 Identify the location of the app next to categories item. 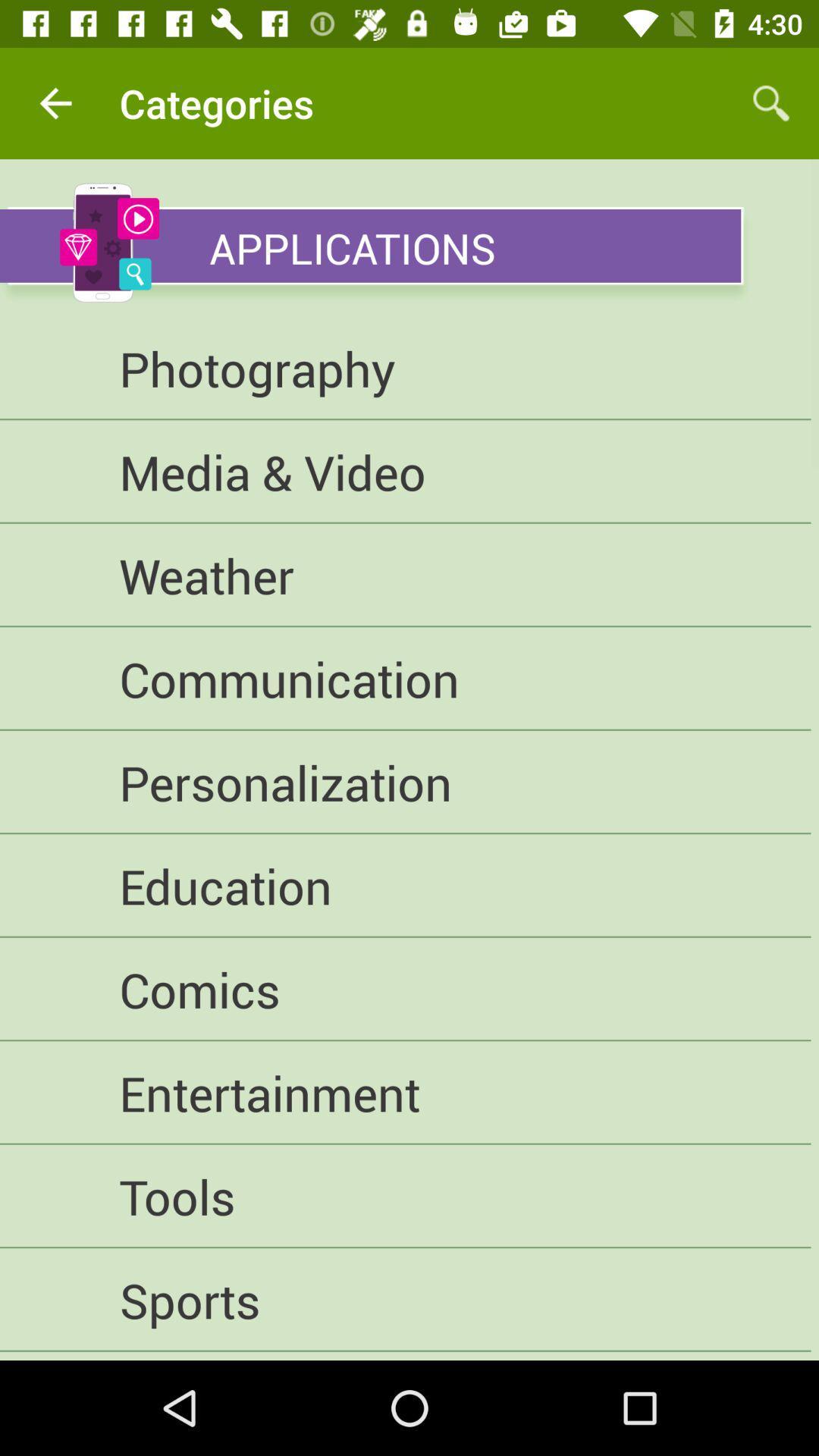
(771, 102).